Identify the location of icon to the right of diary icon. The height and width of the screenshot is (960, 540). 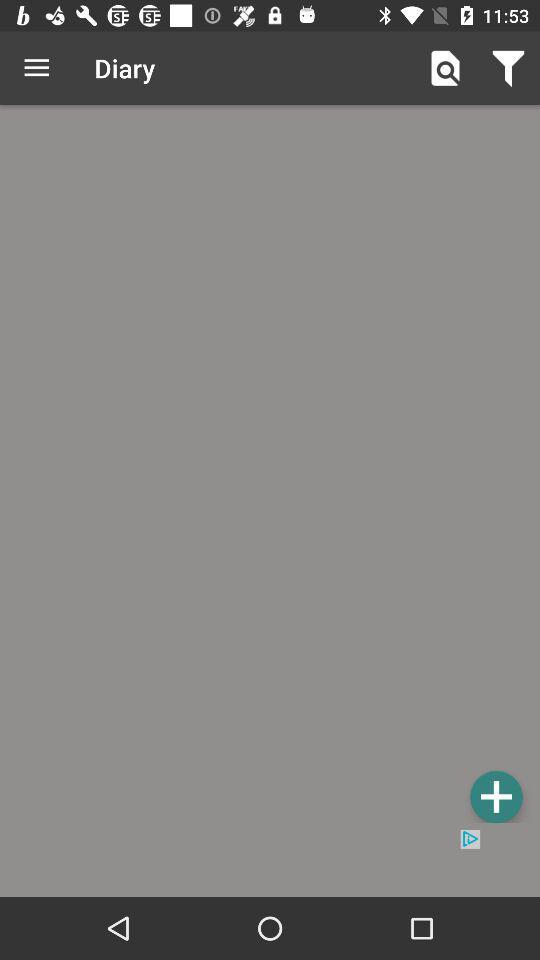
(445, 68).